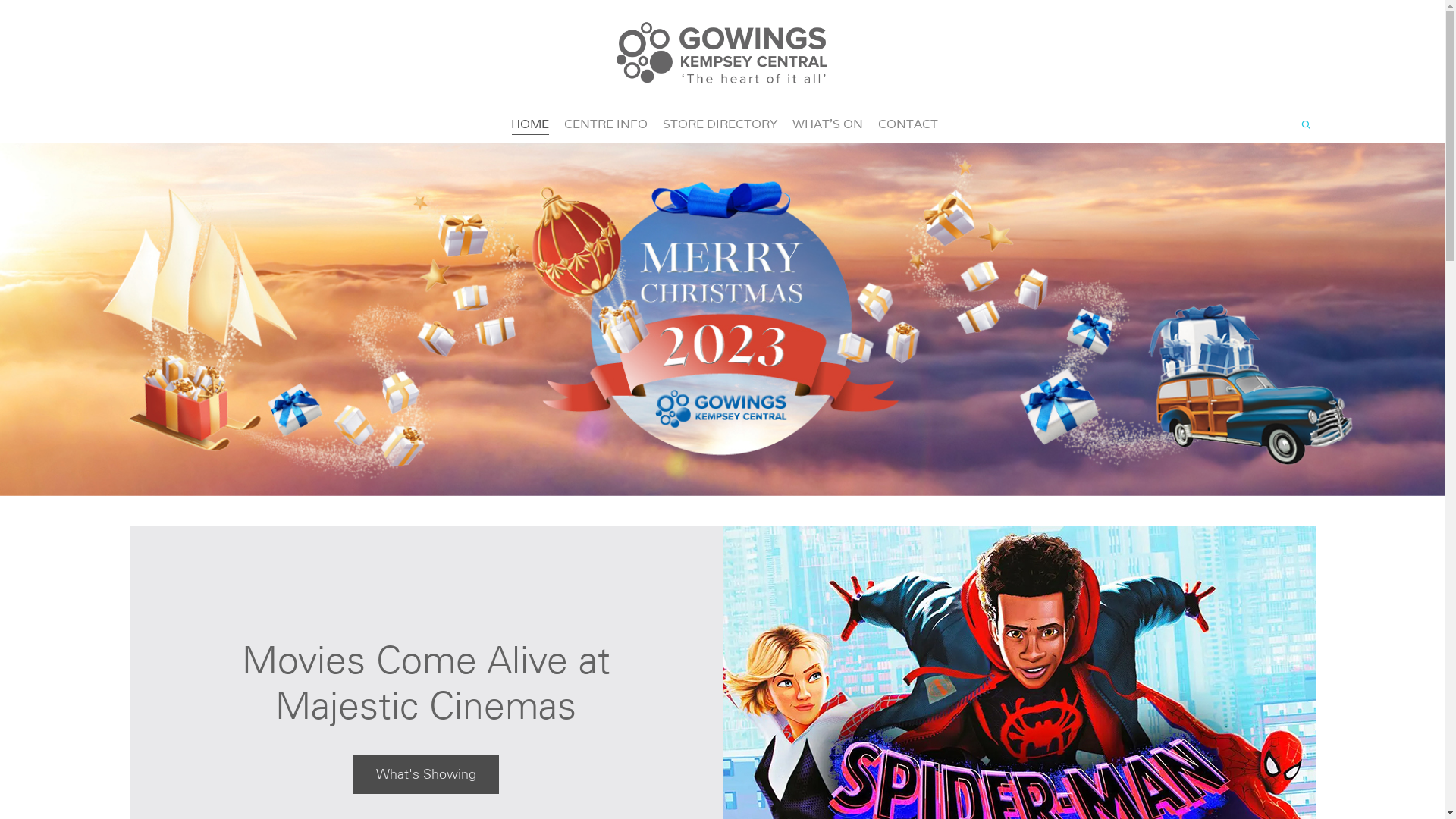 The height and width of the screenshot is (819, 1456). What do you see at coordinates (425, 774) in the screenshot?
I see `'What's Showing'` at bounding box center [425, 774].